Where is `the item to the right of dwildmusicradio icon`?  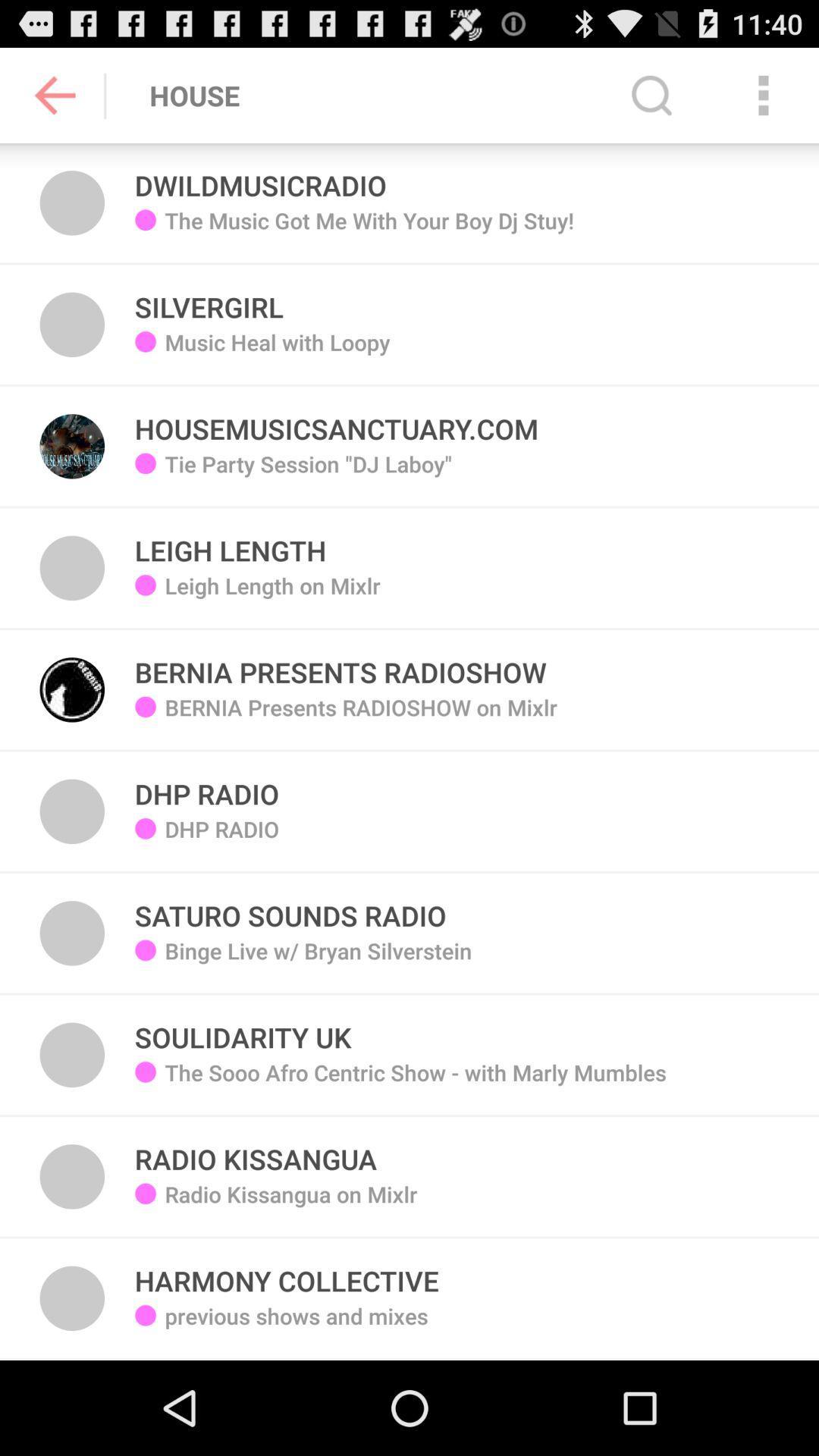
the item to the right of dwildmusicradio icon is located at coordinates (651, 94).